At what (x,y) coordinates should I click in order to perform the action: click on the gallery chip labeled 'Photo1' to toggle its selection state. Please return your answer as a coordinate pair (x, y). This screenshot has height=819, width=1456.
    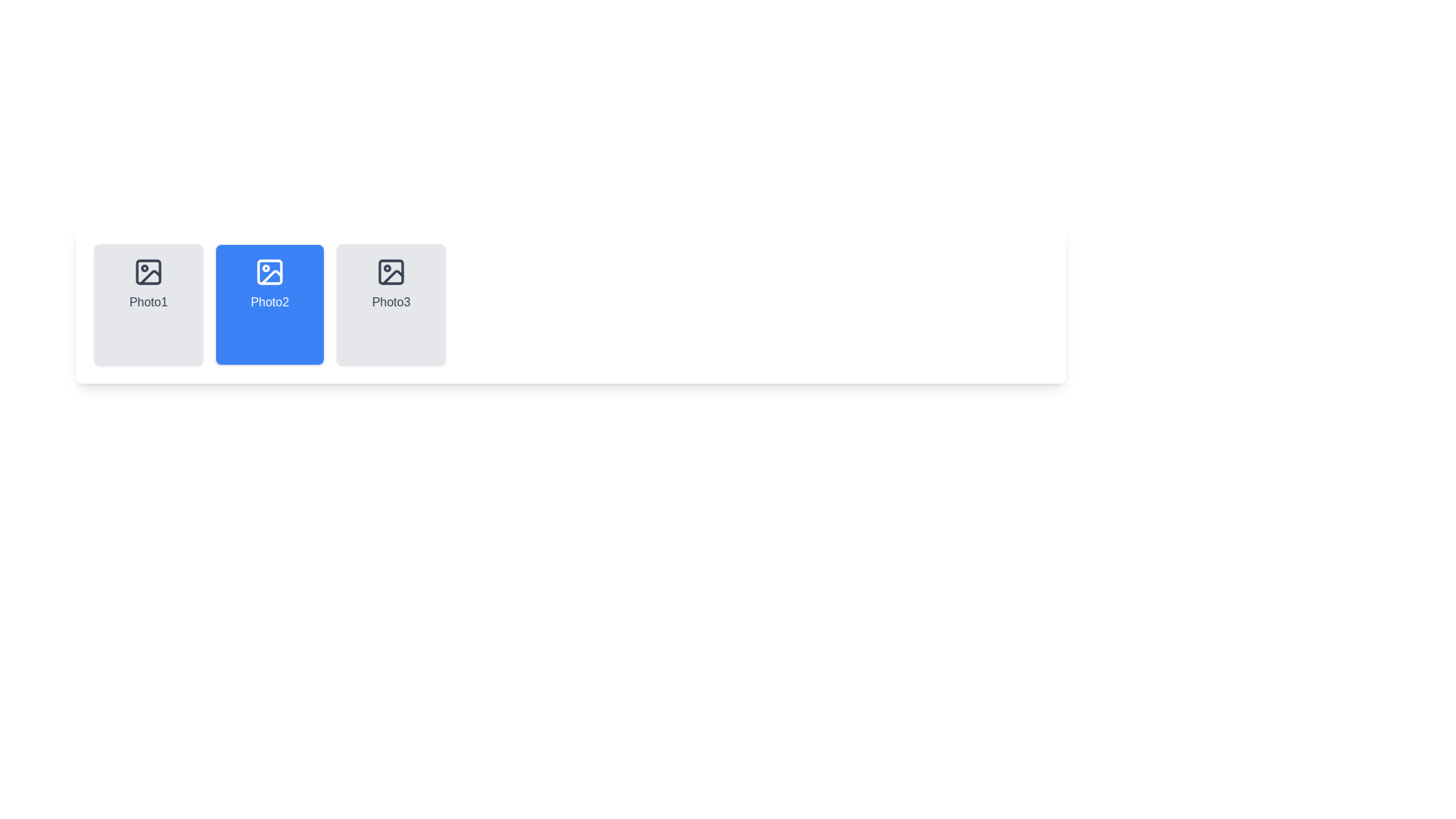
    Looking at the image, I should click on (149, 304).